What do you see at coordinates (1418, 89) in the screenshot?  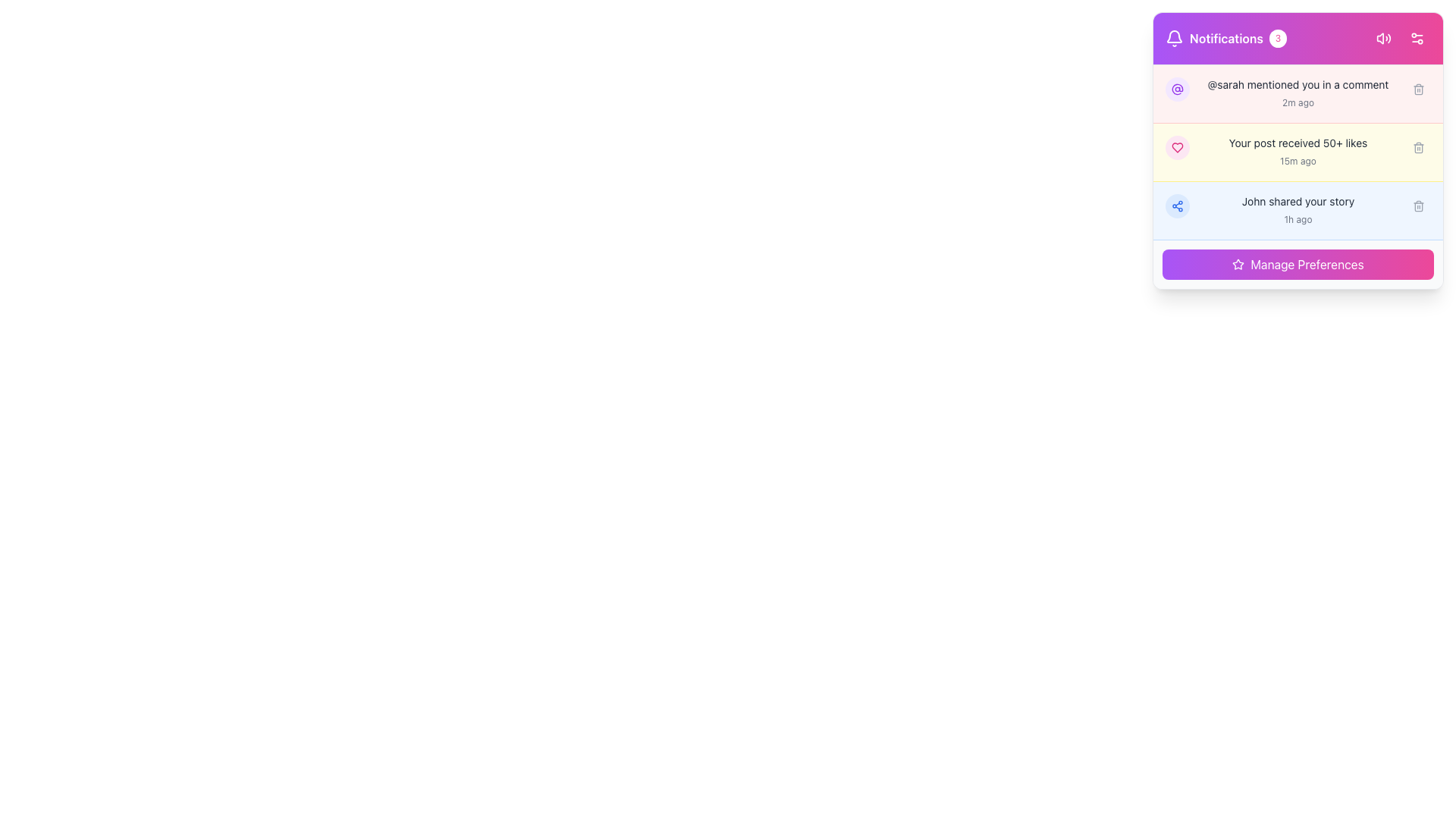 I see `the trash can icon located adjacent to the first notification entry under the 'Notifications' header` at bounding box center [1418, 89].